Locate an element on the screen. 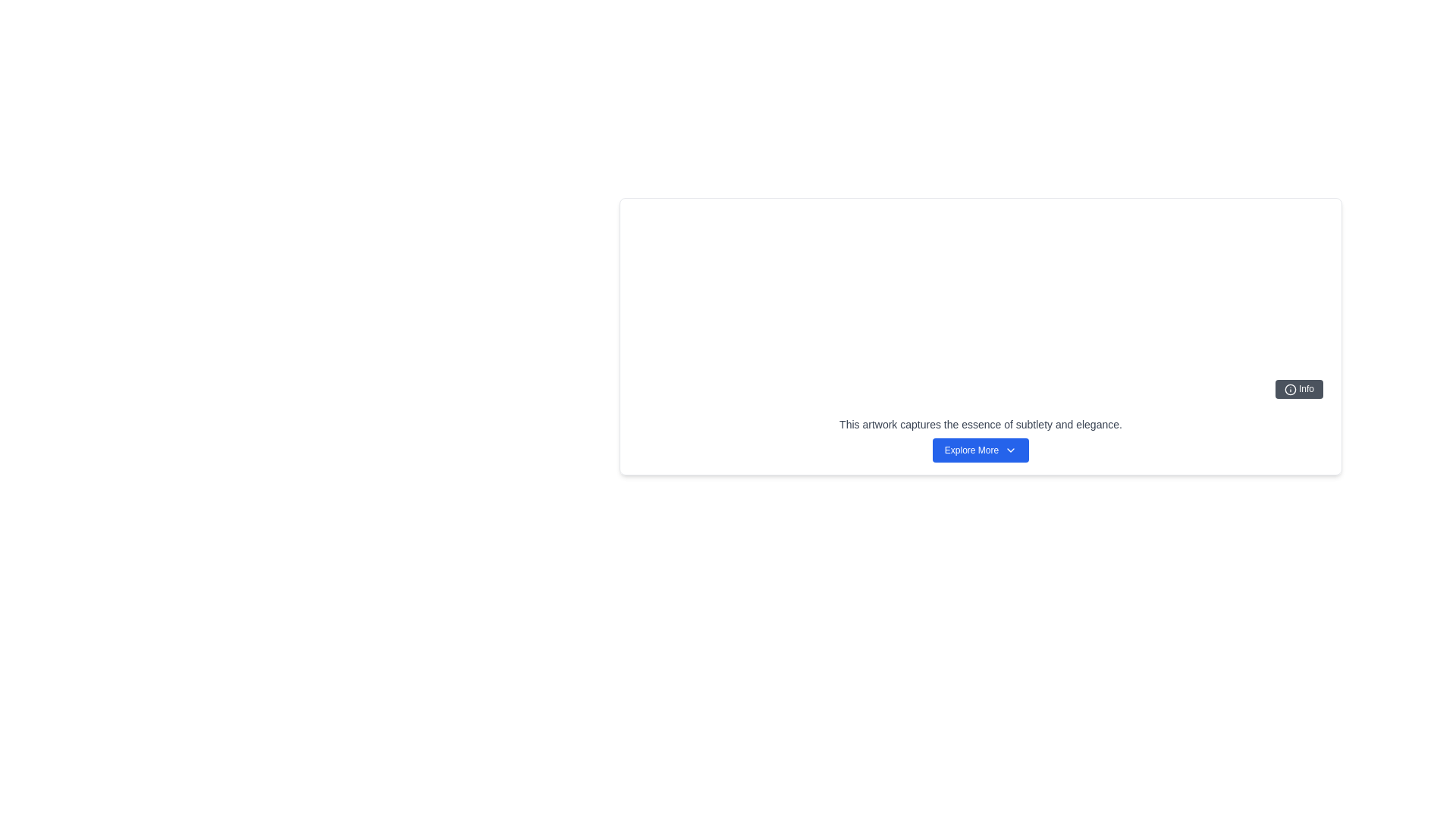  the text display that shows the description 'This artwork captures the essence of subtlety and elegance.' located above the 'Explore More' button is located at coordinates (981, 424).